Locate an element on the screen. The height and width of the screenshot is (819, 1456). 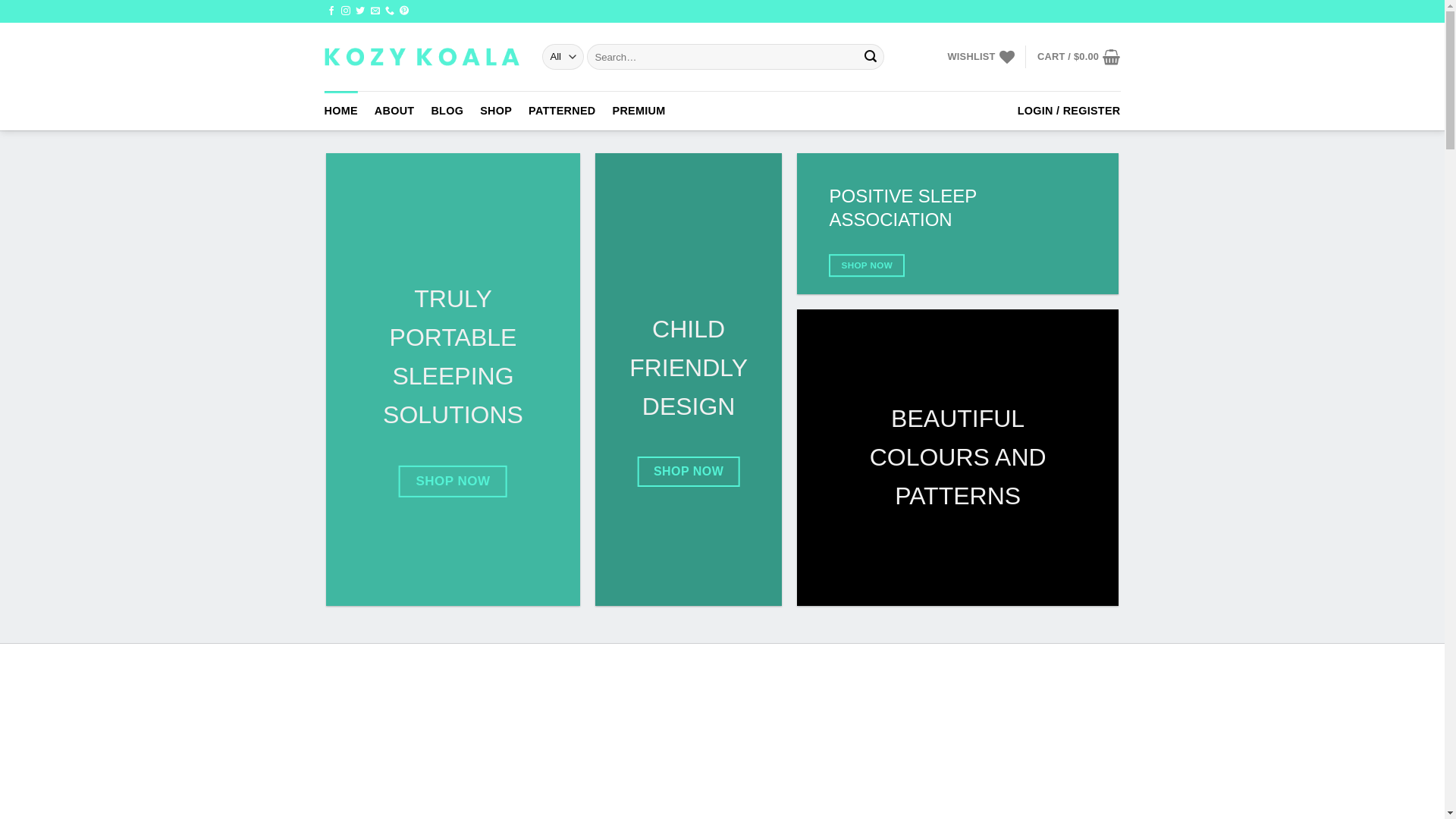
'HOME' is located at coordinates (340, 110).